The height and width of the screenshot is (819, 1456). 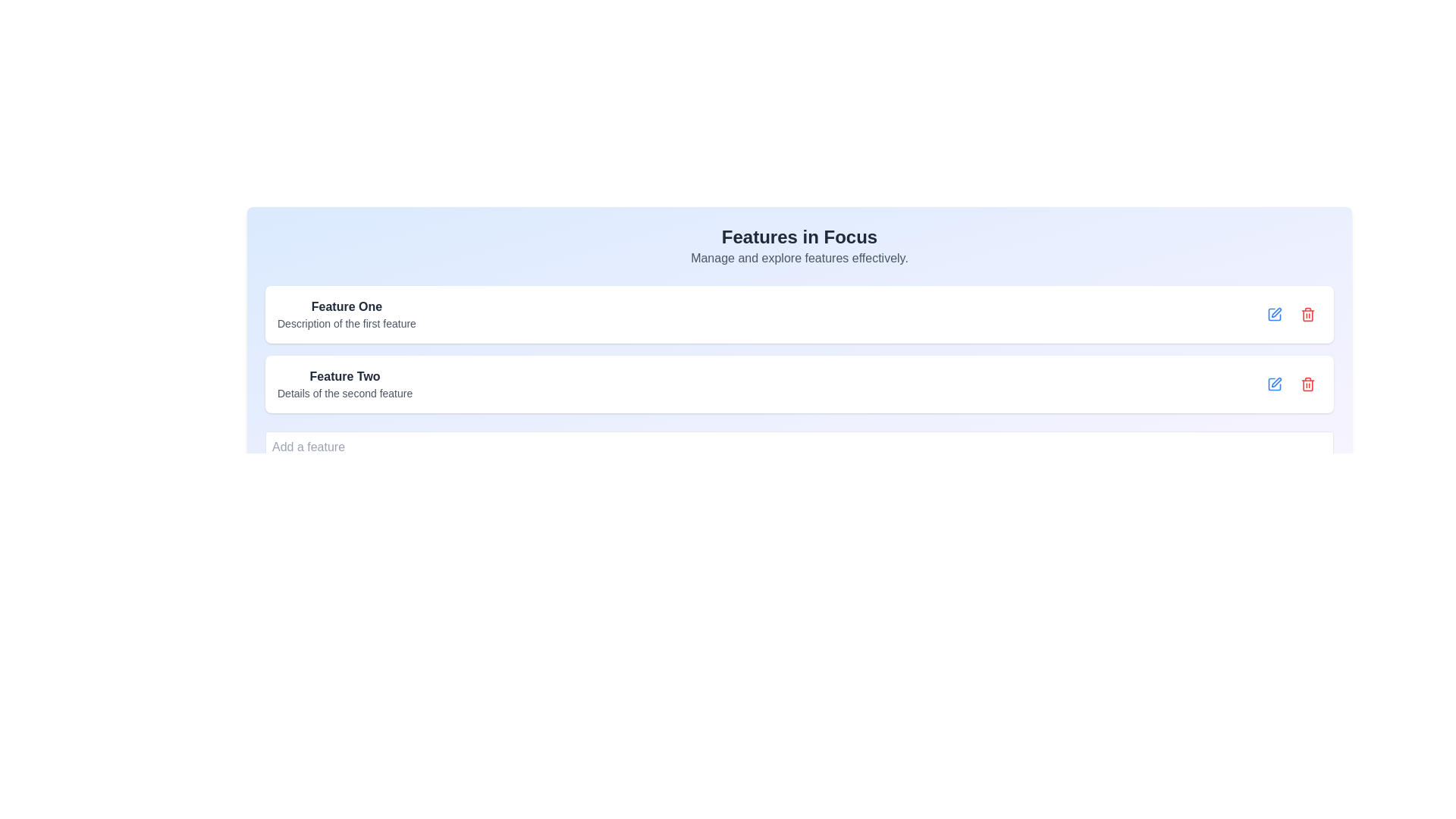 I want to click on the rectangular button with a blue pen icon, which is the first interactive button adjacent to the 'Feature Two' section, so click(x=1274, y=383).